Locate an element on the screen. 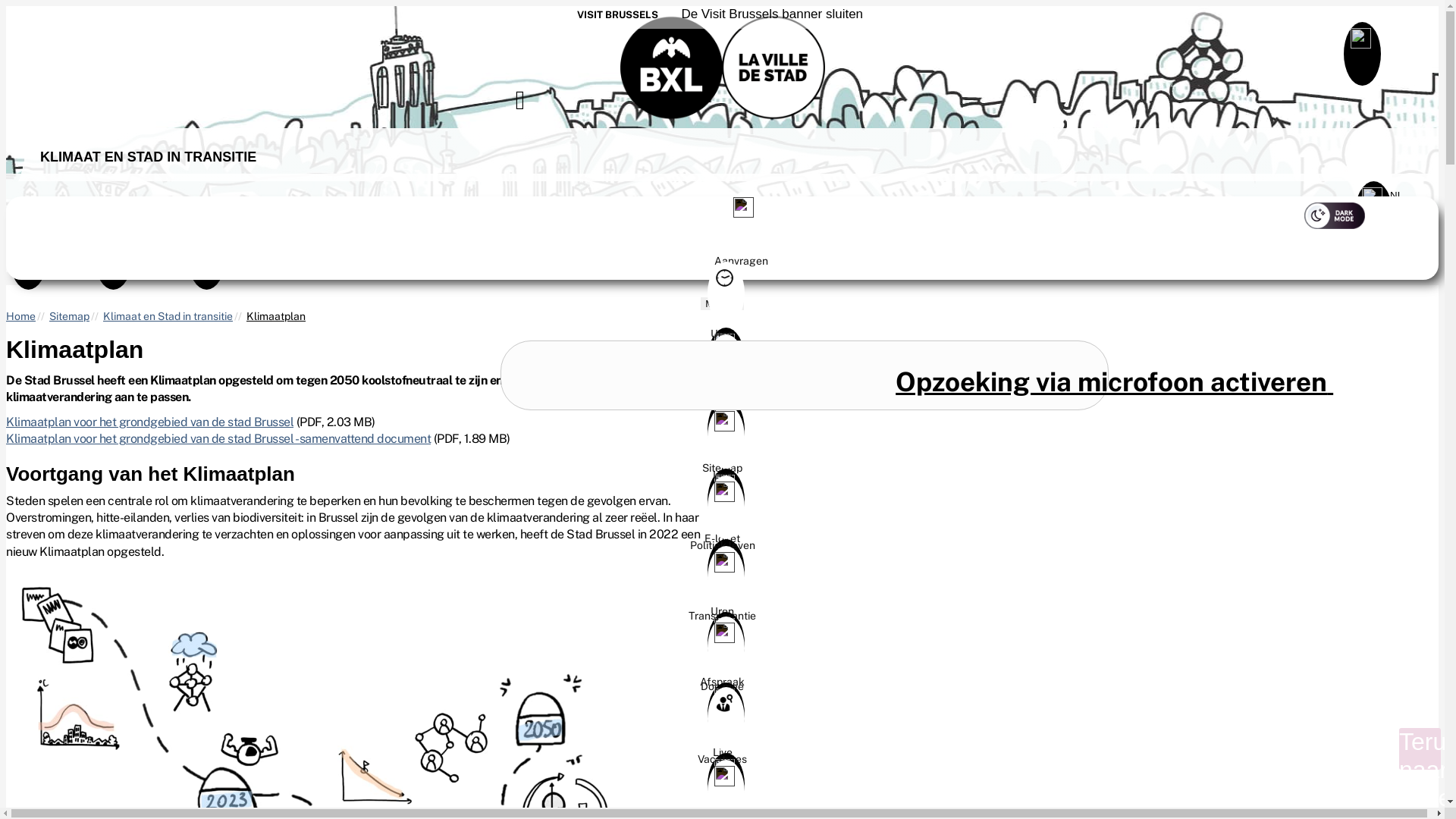 The height and width of the screenshot is (819, 1456). 'Vacatures' is located at coordinates (721, 752).